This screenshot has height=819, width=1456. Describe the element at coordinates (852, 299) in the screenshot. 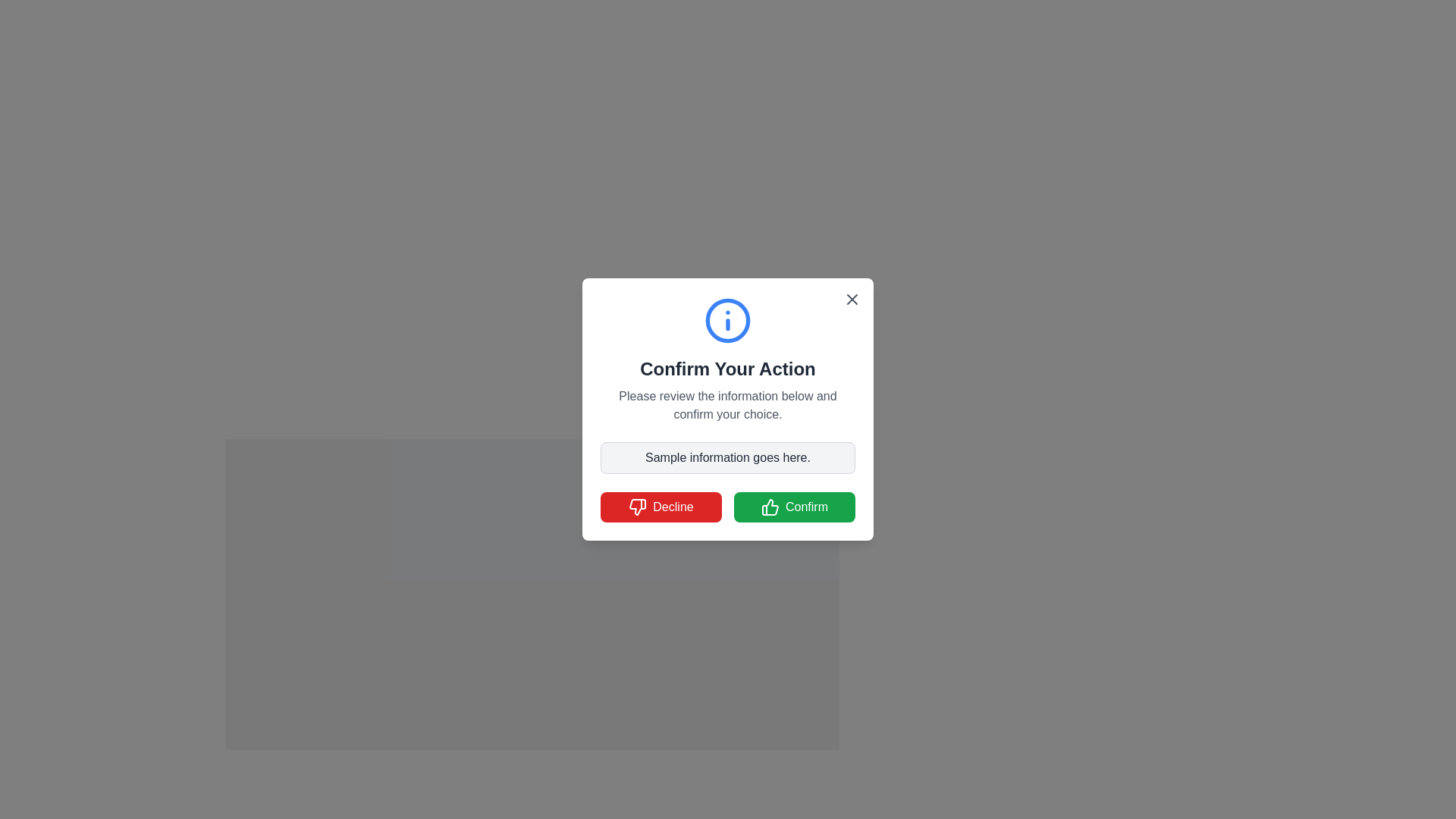

I see `the close button located at the top-right corner of the modal dialog` at that location.